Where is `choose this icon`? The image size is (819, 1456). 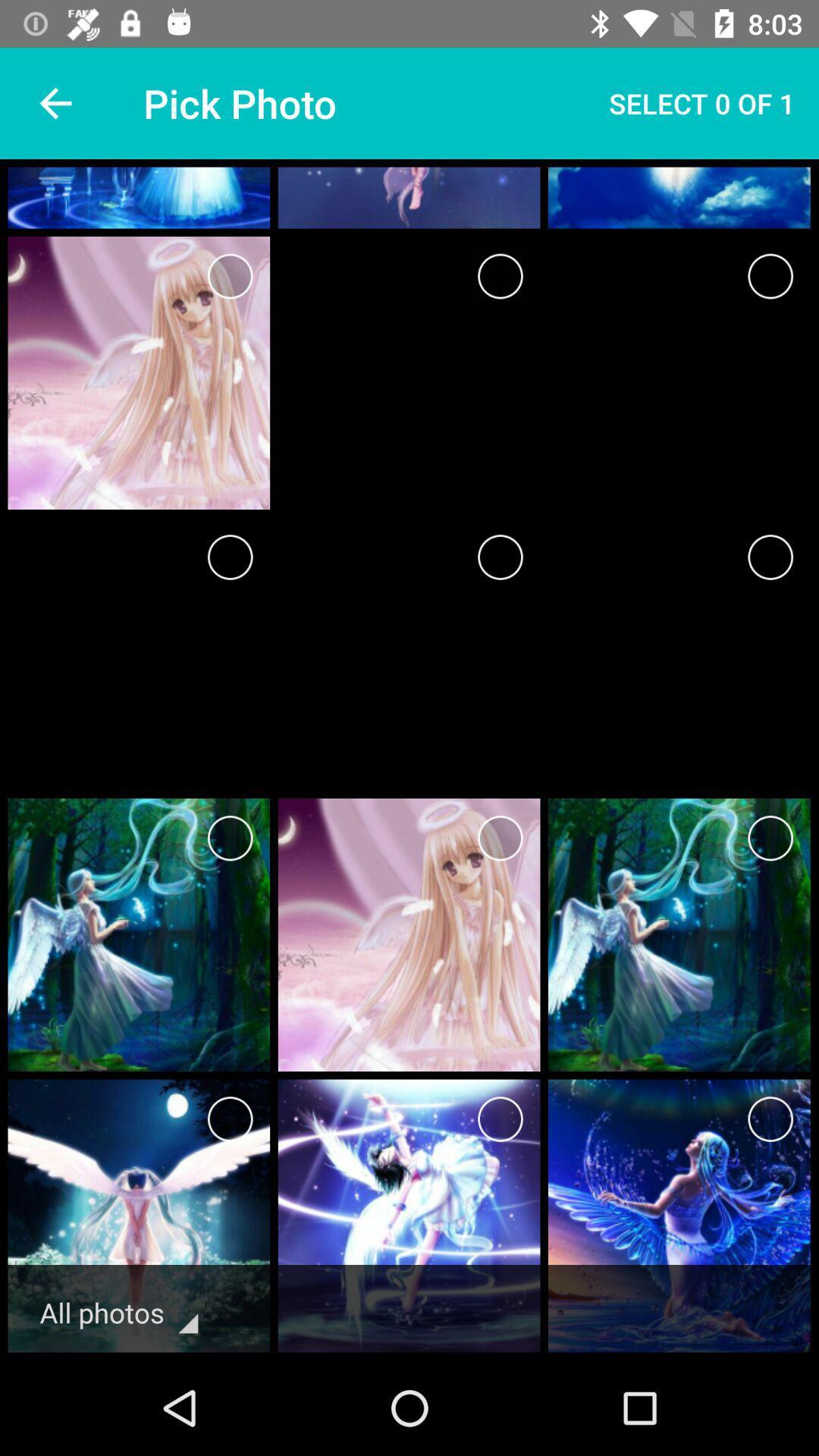 choose this icon is located at coordinates (770, 1119).